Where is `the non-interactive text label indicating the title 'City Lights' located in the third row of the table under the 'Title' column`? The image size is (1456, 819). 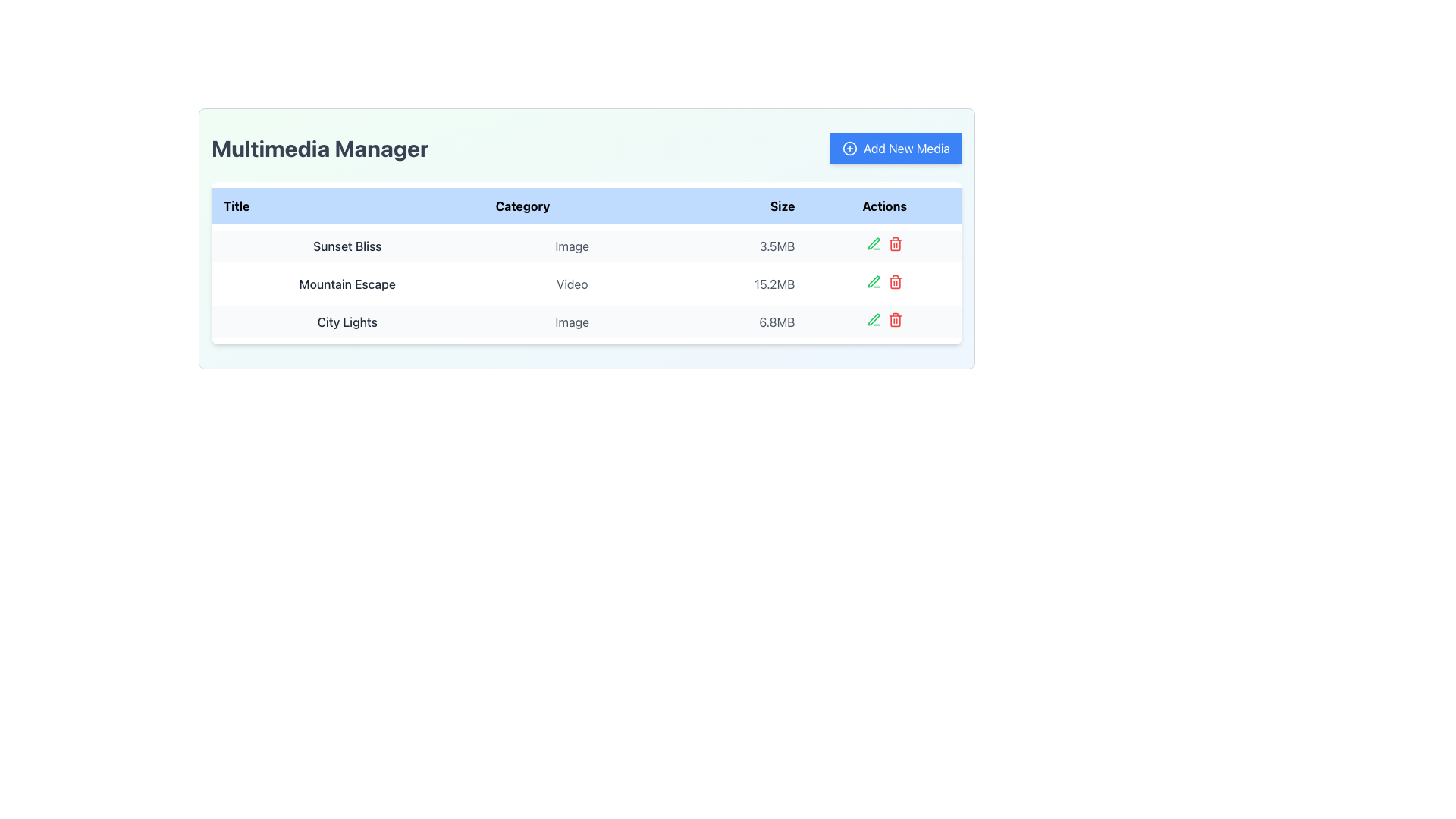
the non-interactive text label indicating the title 'City Lights' located in the third row of the table under the 'Title' column is located at coordinates (347, 321).